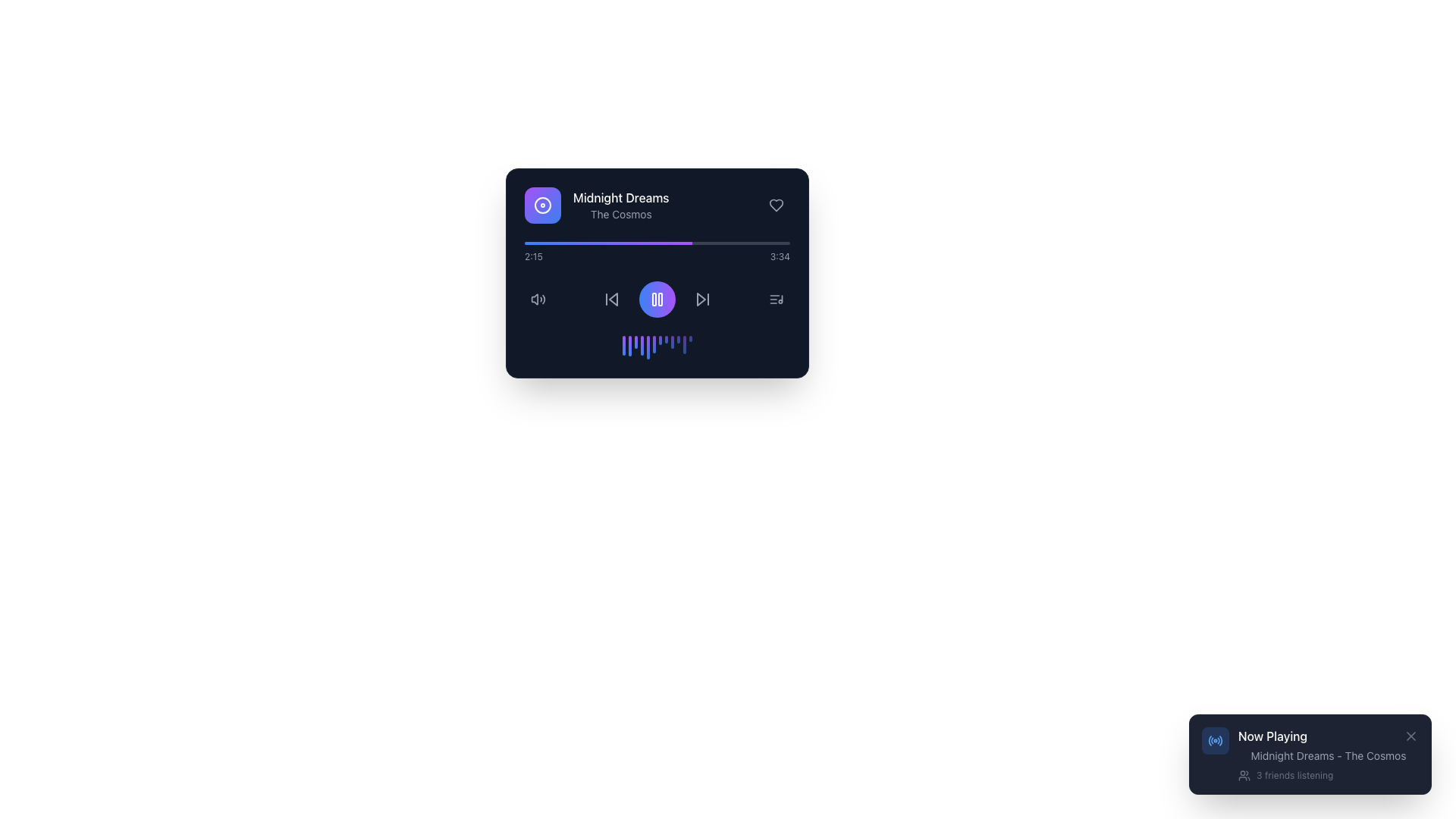 The image size is (1456, 819). What do you see at coordinates (542, 205) in the screenshot?
I see `the square-shaped button with a gradient background and a pulsating white circular icon, located in the top-left corner of the music player card` at bounding box center [542, 205].